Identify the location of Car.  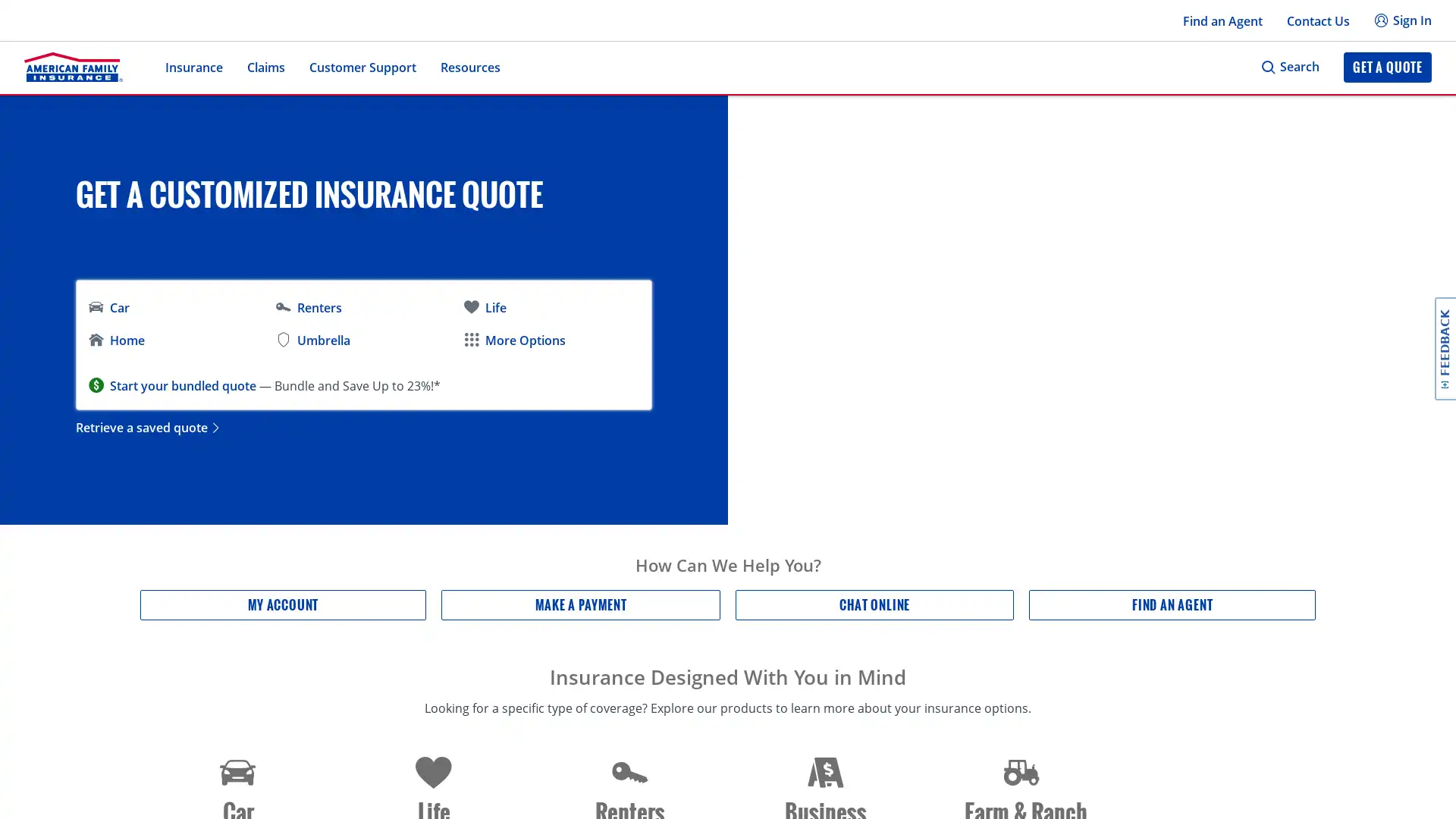
(108, 307).